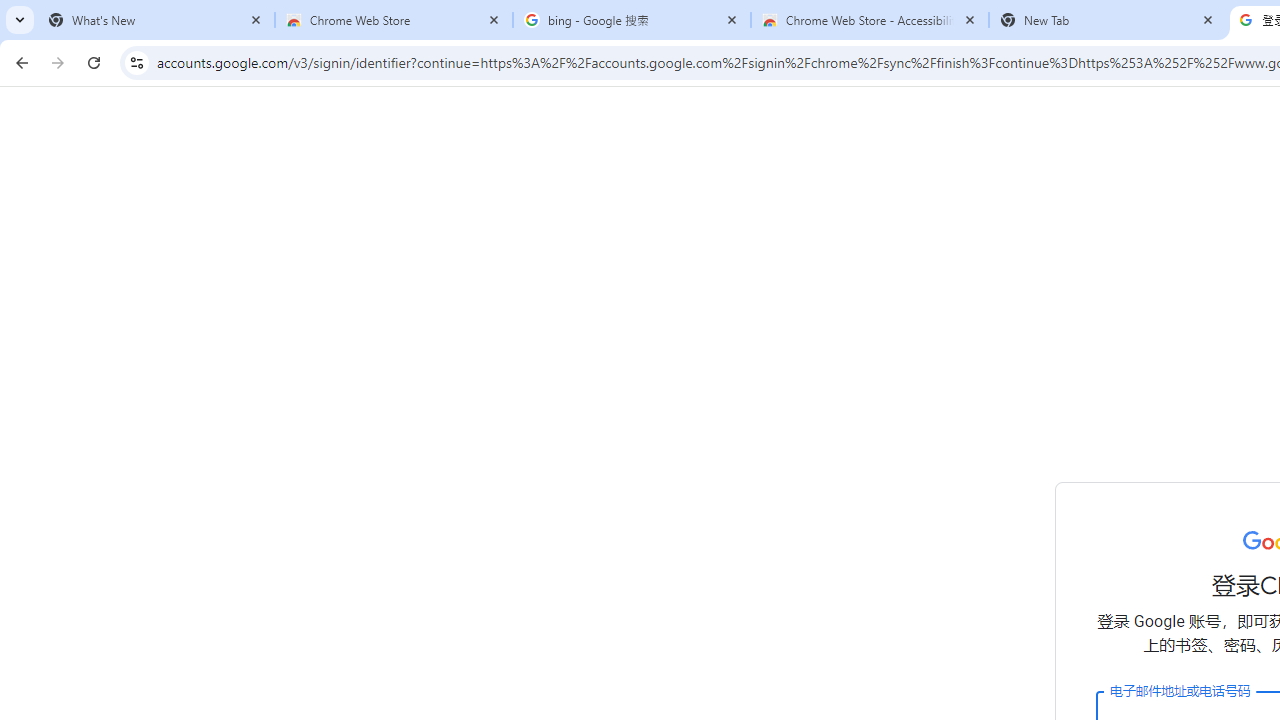 The image size is (1280, 720). Describe the element at coordinates (394, 20) in the screenshot. I see `'Chrome Web Store'` at that location.